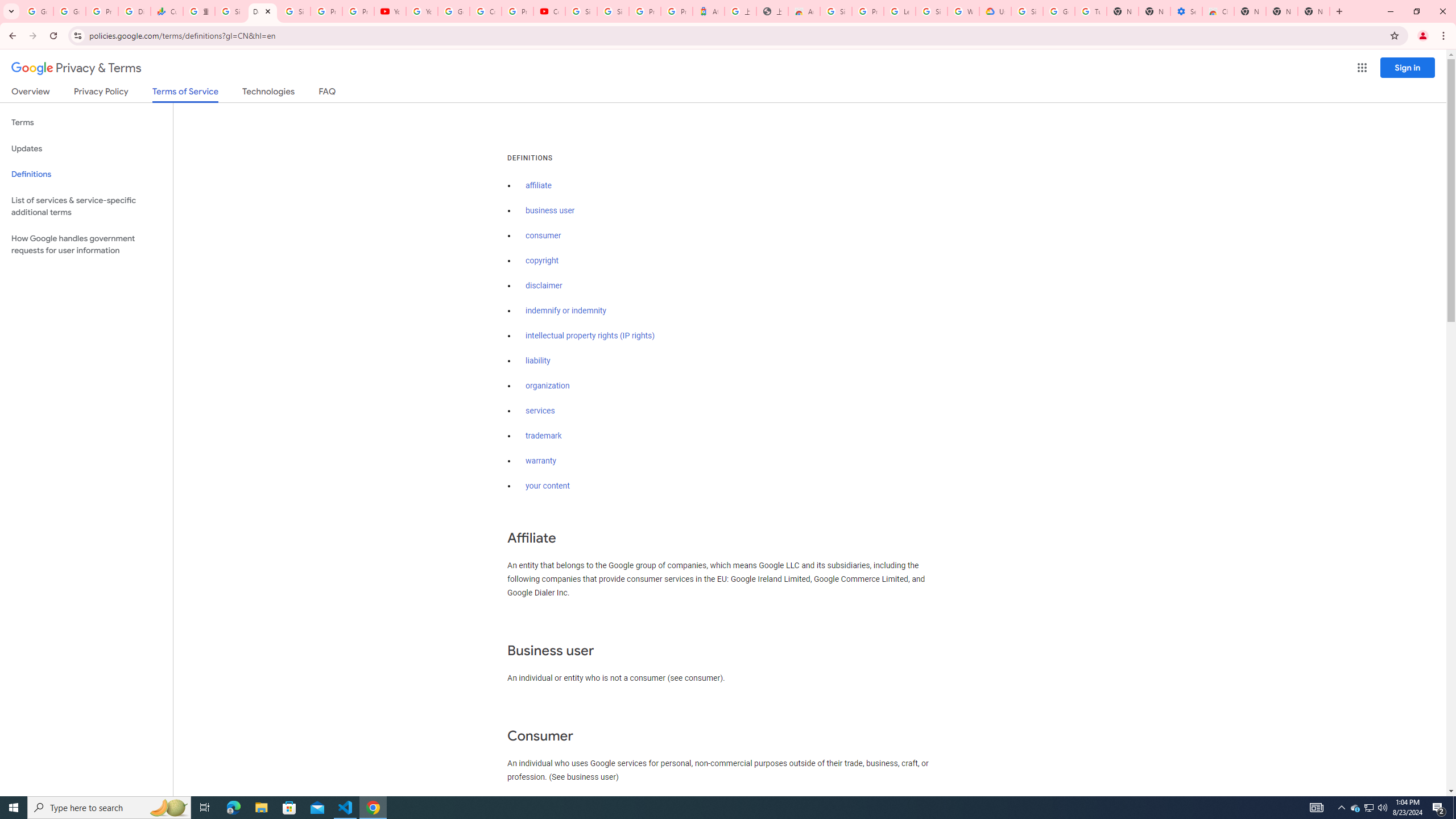 This screenshot has height=819, width=1456. Describe the element at coordinates (359, 11) in the screenshot. I see `'Privacy Checkup'` at that location.